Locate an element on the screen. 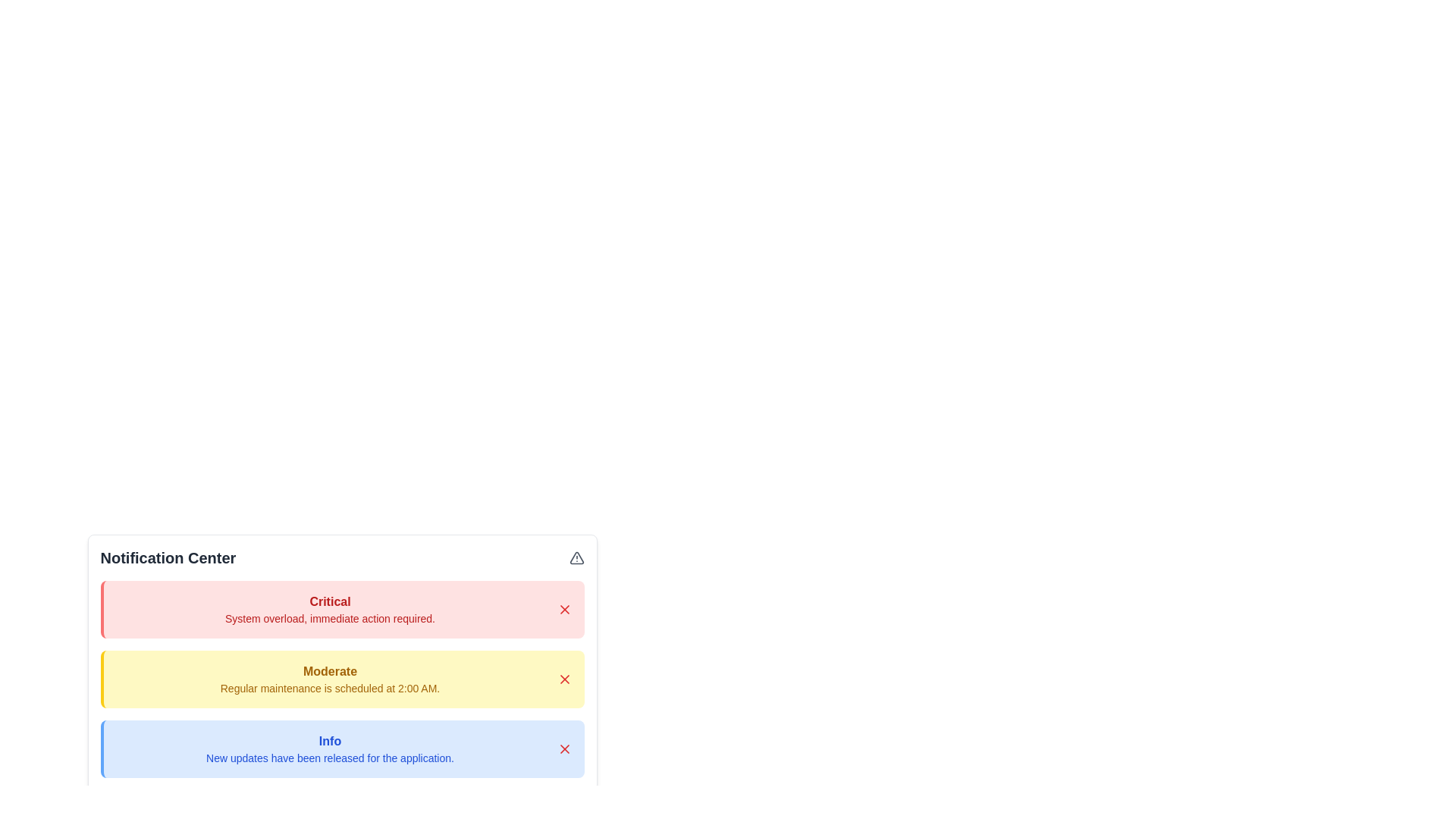 The image size is (1456, 819). the notification with level Info to view its details is located at coordinates (329, 748).